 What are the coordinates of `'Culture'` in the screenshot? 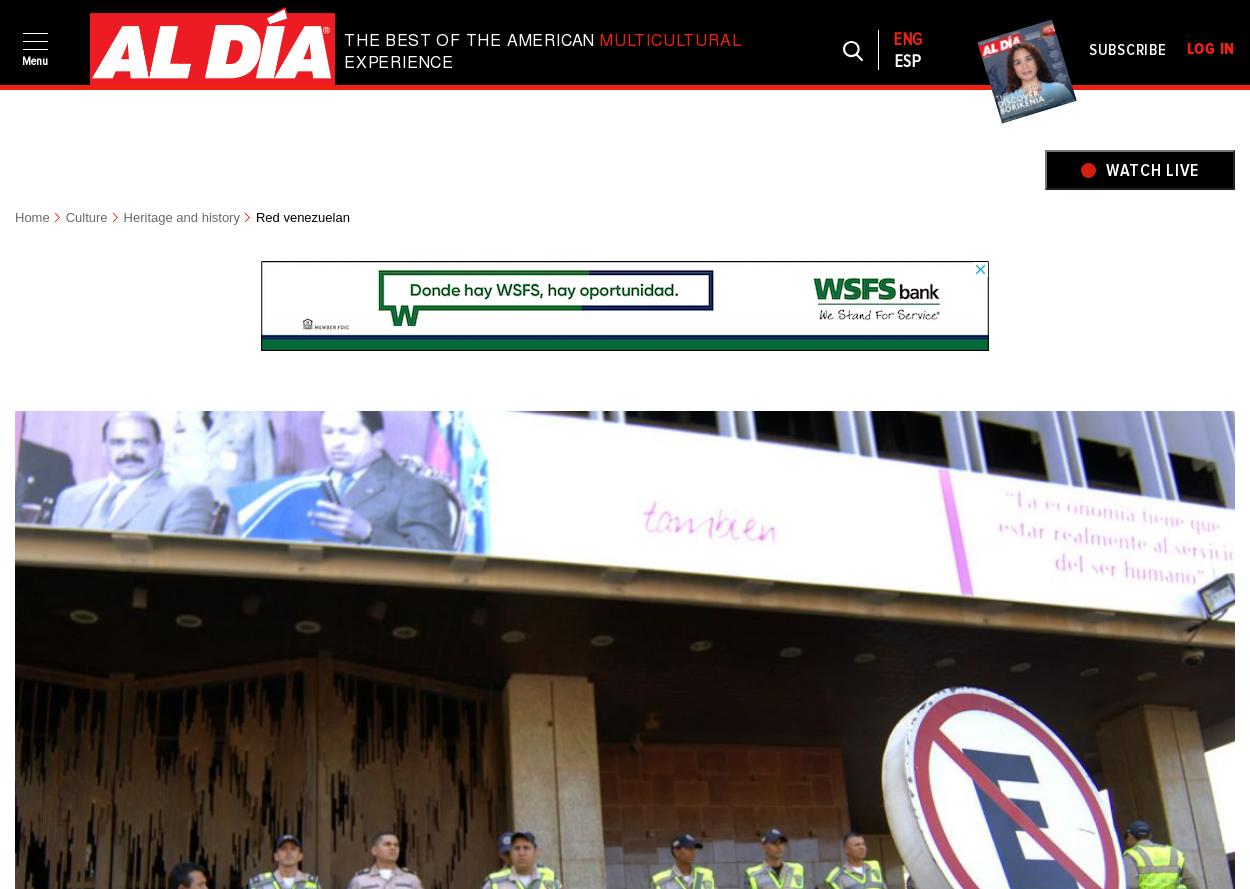 It's located at (85, 216).